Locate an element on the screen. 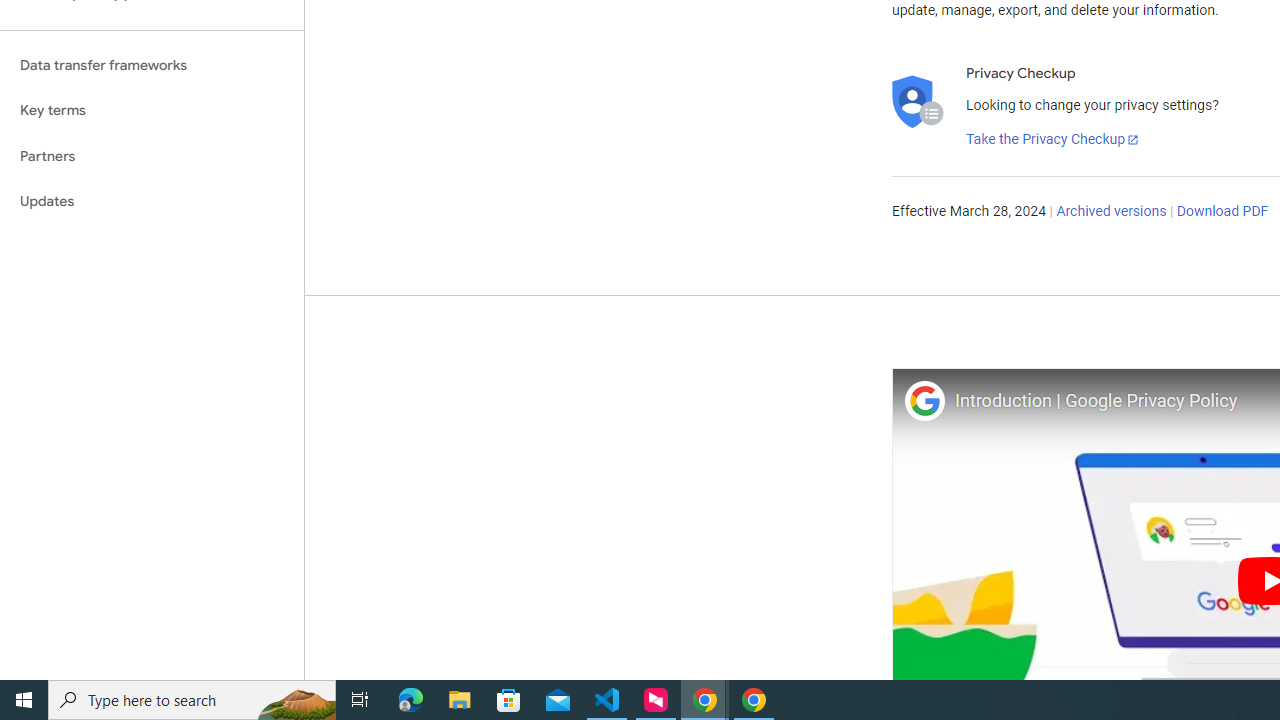 The height and width of the screenshot is (720, 1280). 'Take the Privacy Checkup' is located at coordinates (1052, 139).